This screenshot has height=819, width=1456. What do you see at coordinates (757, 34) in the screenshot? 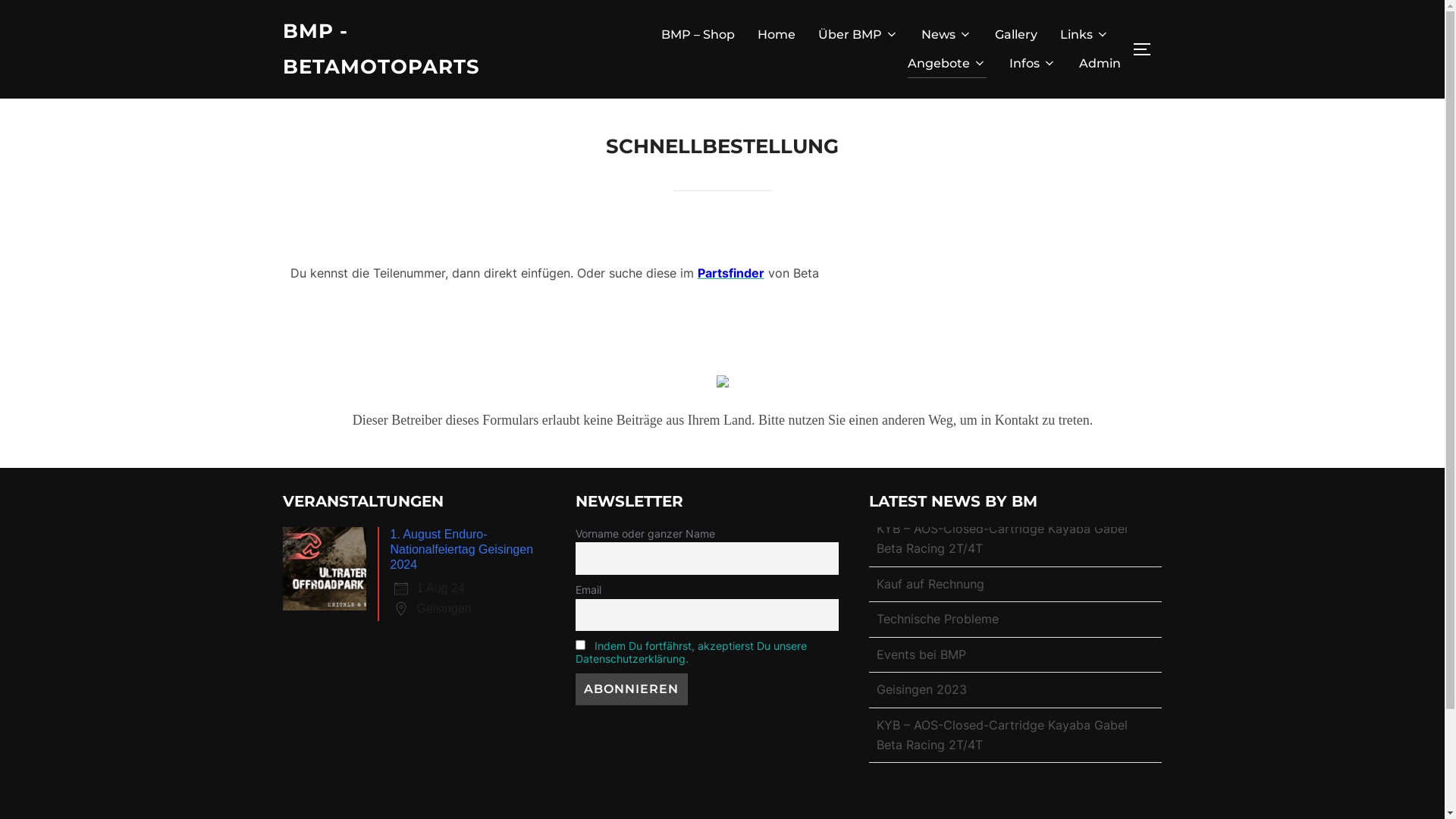
I see `'Home'` at bounding box center [757, 34].